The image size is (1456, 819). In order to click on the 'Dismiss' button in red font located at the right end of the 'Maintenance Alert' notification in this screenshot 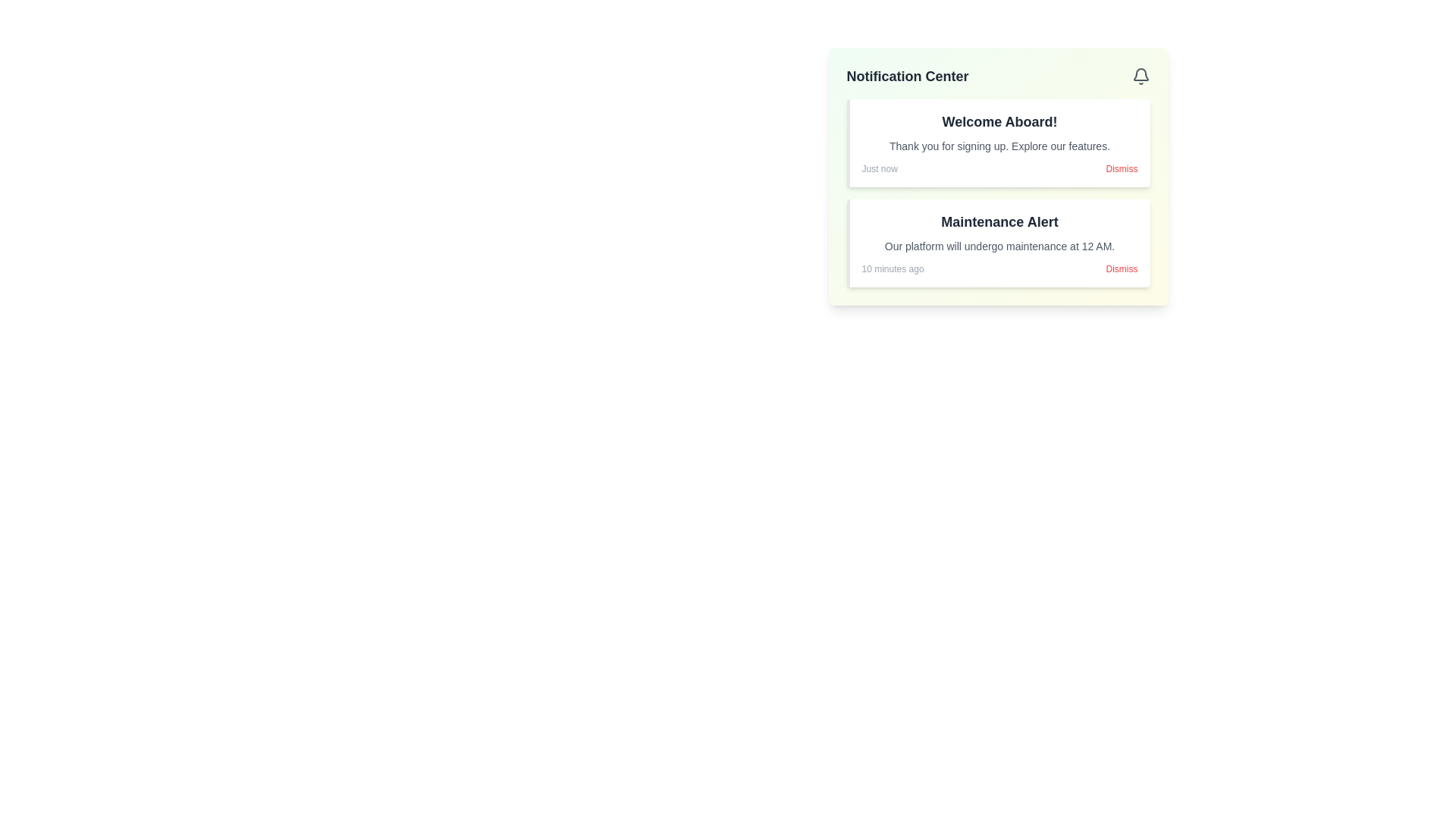, I will do `click(1122, 268)`.